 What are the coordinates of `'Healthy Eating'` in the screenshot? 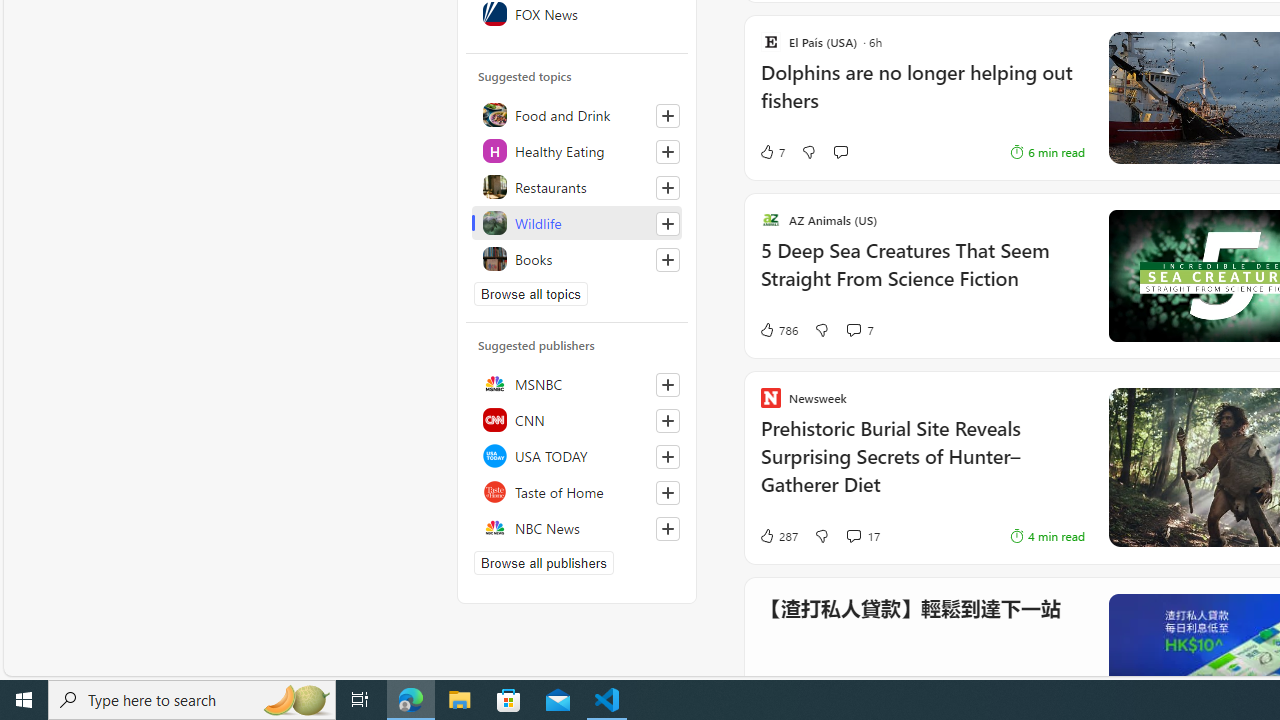 It's located at (576, 149).